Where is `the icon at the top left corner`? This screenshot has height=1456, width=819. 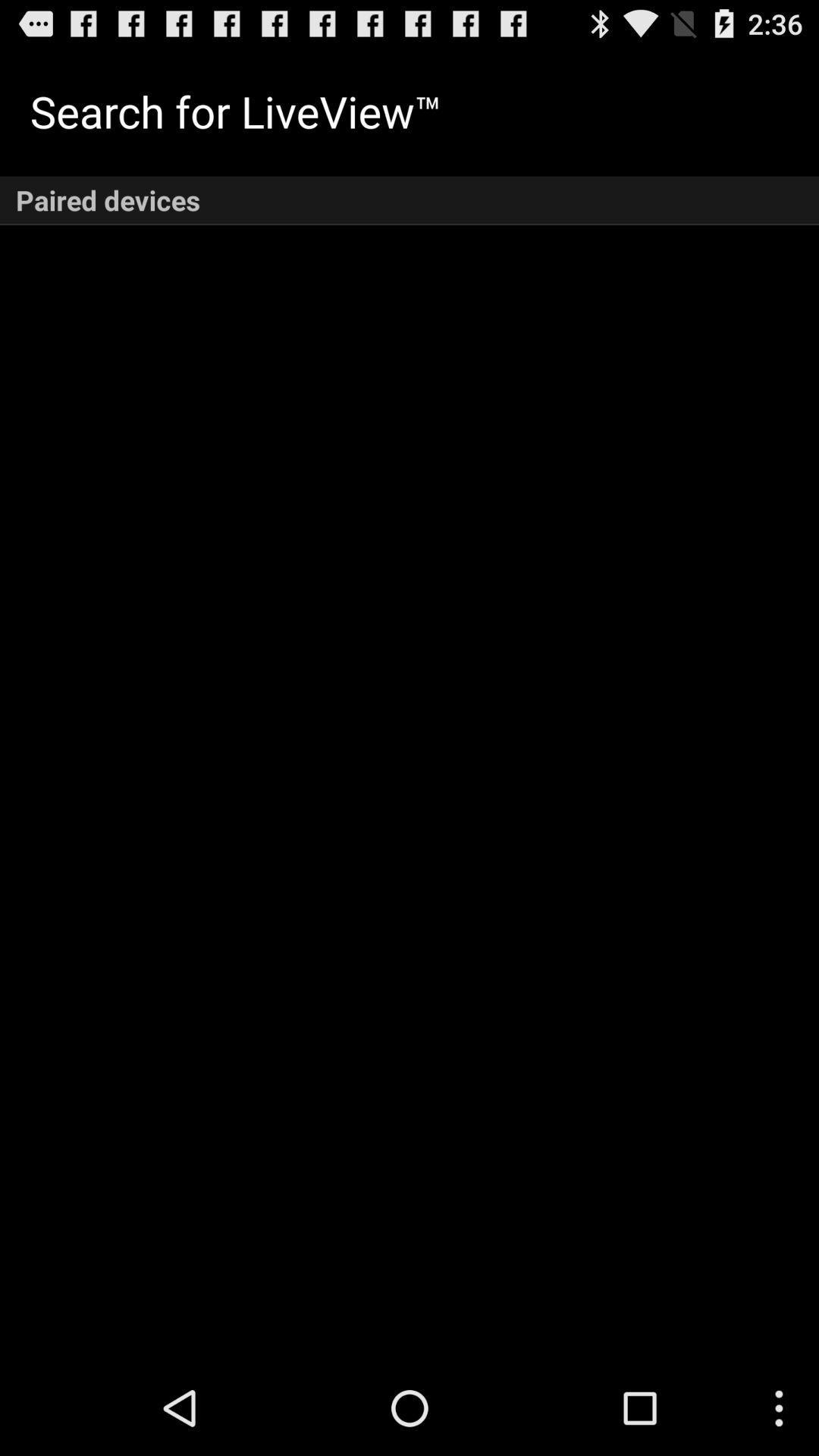
the icon at the top left corner is located at coordinates (236, 110).